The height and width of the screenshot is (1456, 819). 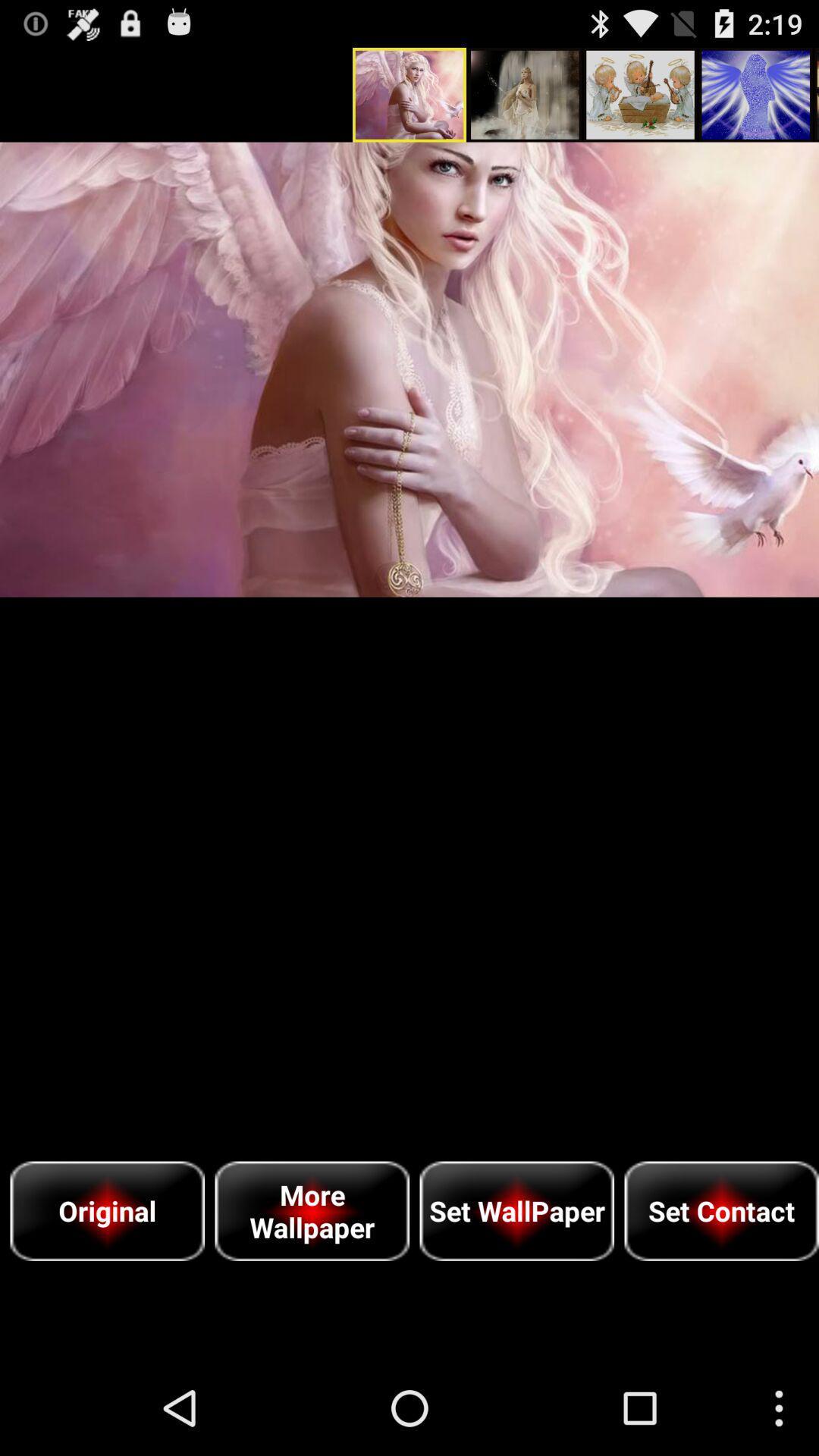 I want to click on the item to the right of original item, so click(x=311, y=1210).